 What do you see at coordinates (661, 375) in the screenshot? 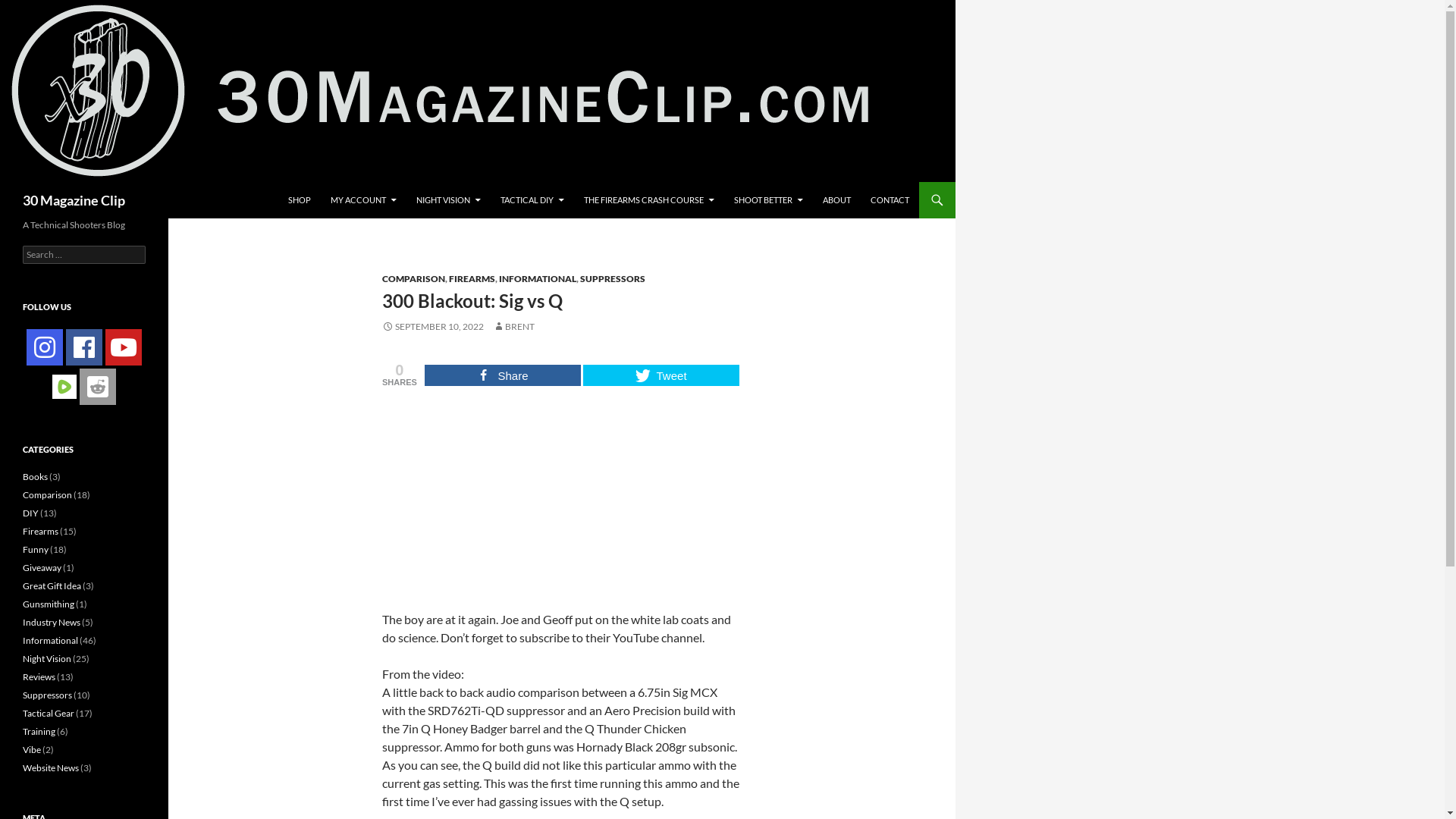
I see `'Tweet'` at bounding box center [661, 375].